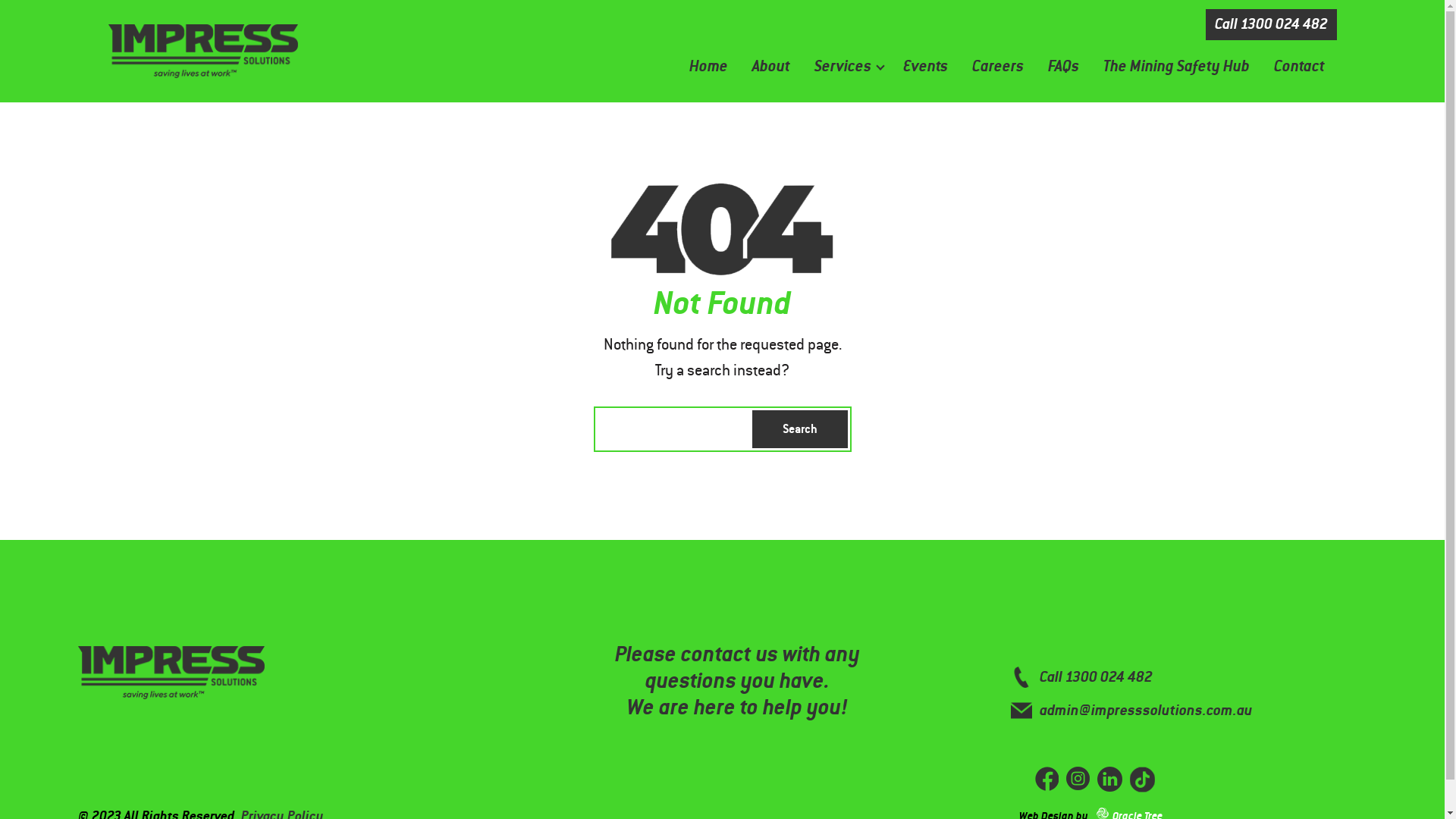 The image size is (1456, 819). Describe the element at coordinates (1062, 65) in the screenshot. I see `'FAQs'` at that location.